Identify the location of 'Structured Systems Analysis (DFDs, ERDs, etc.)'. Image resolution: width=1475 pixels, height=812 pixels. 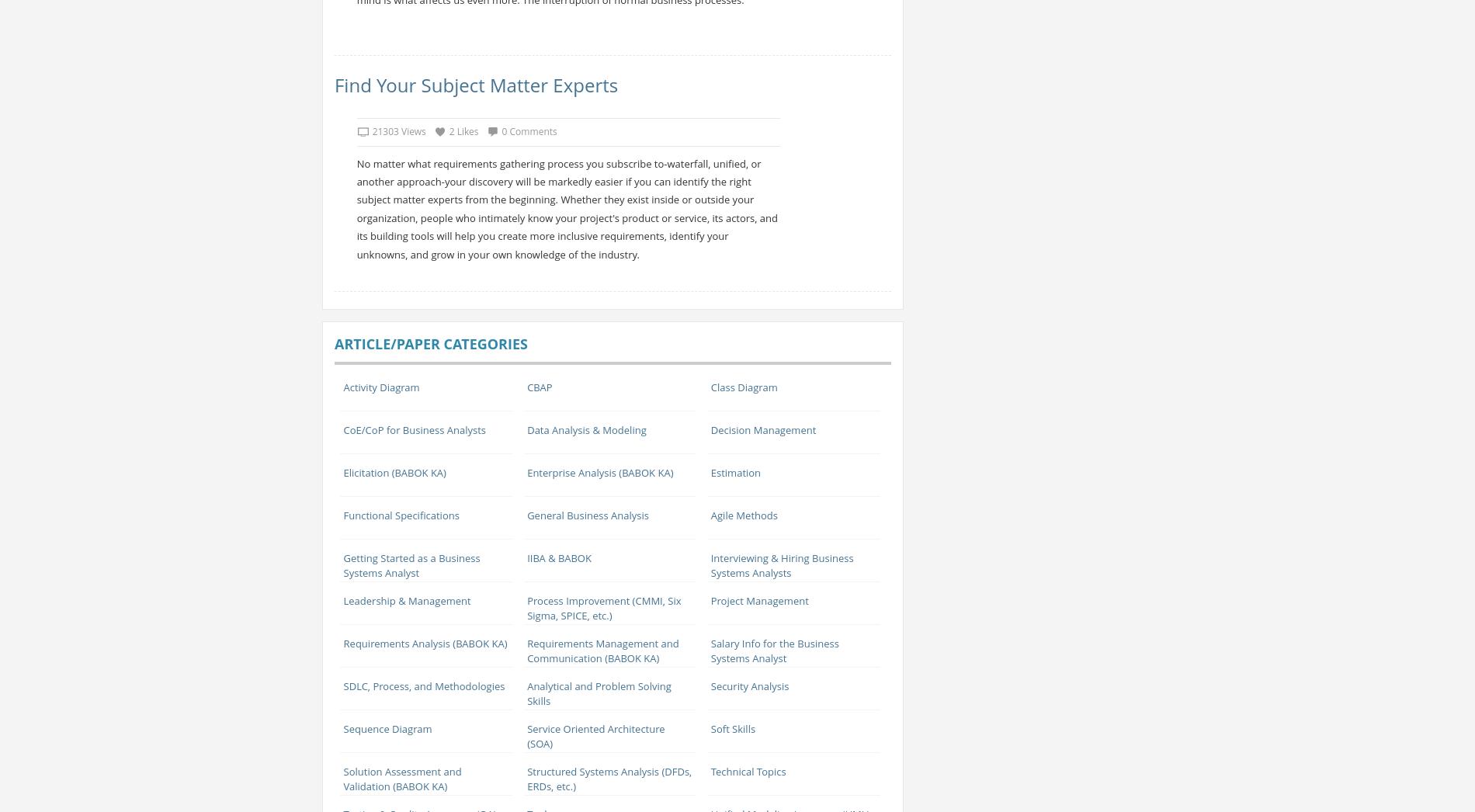
(527, 778).